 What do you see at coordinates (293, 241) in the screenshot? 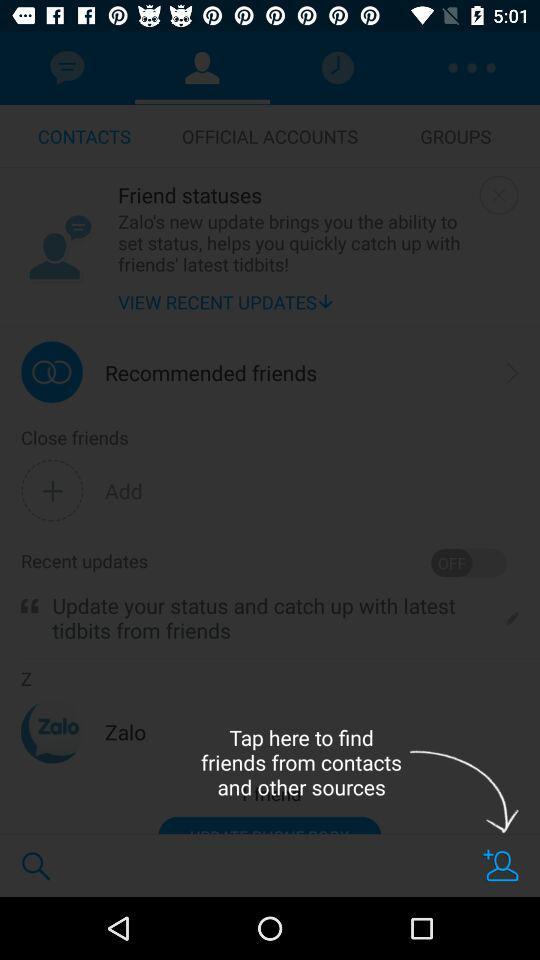
I see `zalo s new icon` at bounding box center [293, 241].